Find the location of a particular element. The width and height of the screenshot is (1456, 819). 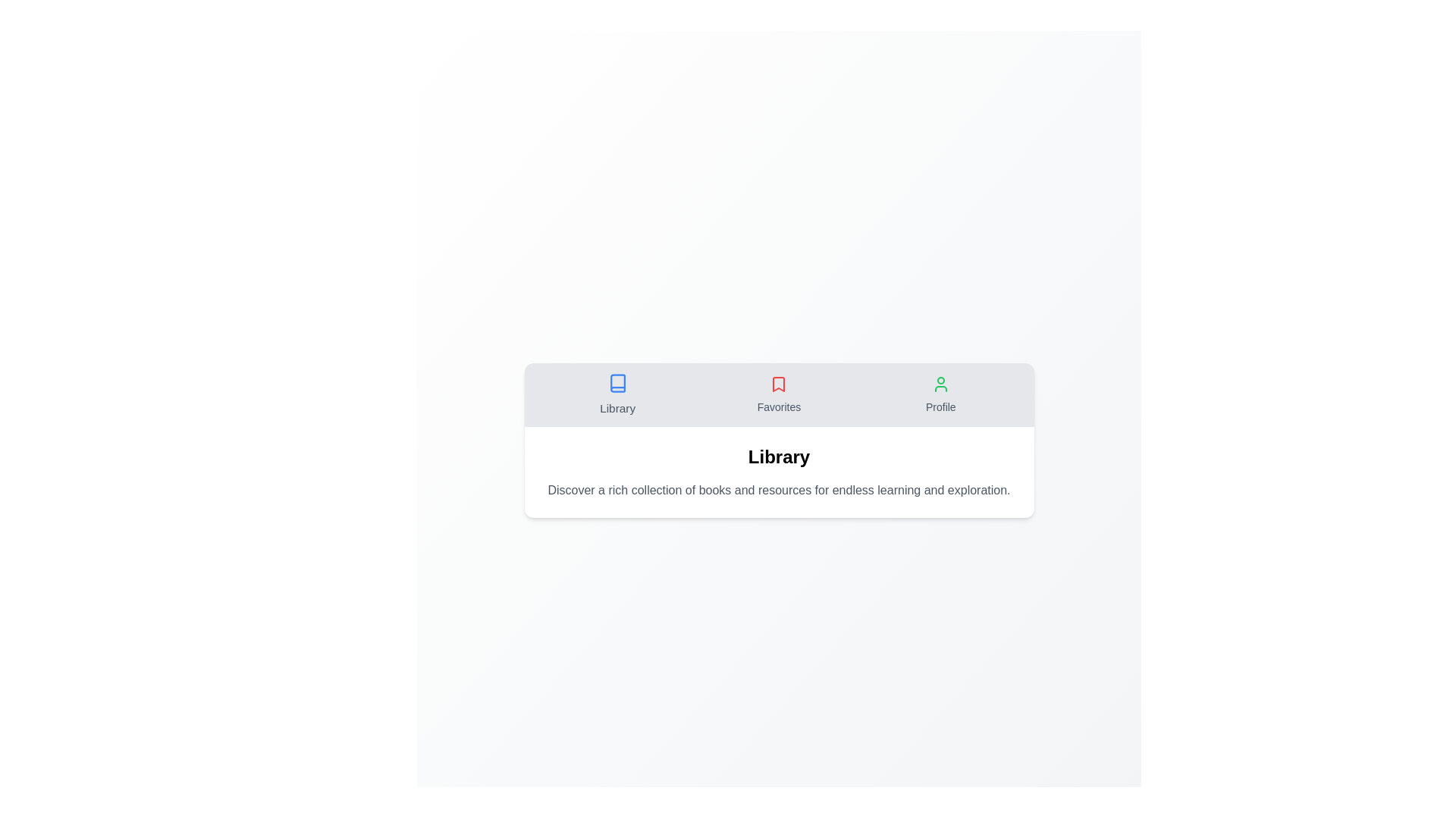

the tab labeled Library is located at coordinates (617, 394).